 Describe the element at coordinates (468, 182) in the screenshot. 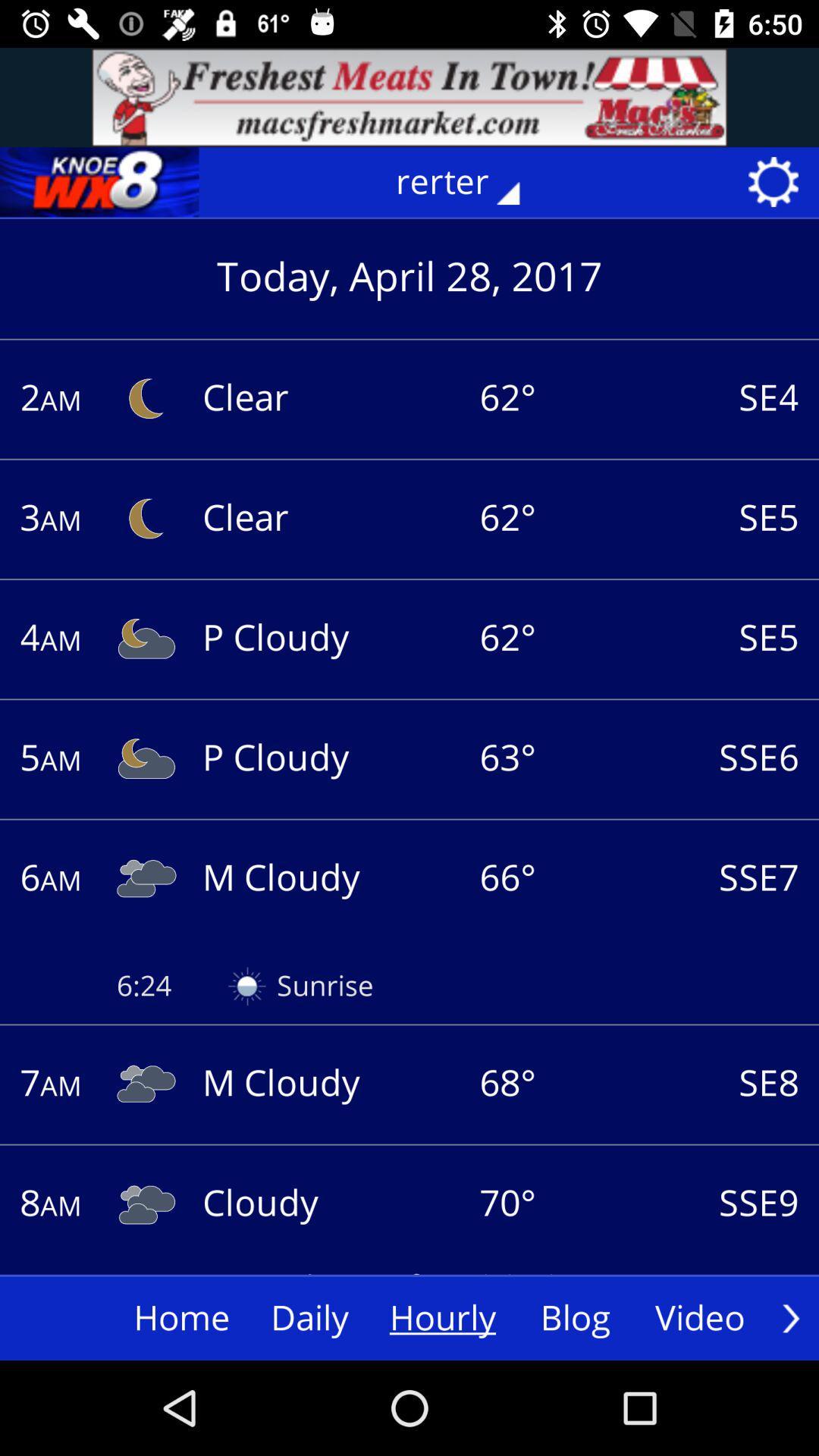

I see `rerter` at that location.